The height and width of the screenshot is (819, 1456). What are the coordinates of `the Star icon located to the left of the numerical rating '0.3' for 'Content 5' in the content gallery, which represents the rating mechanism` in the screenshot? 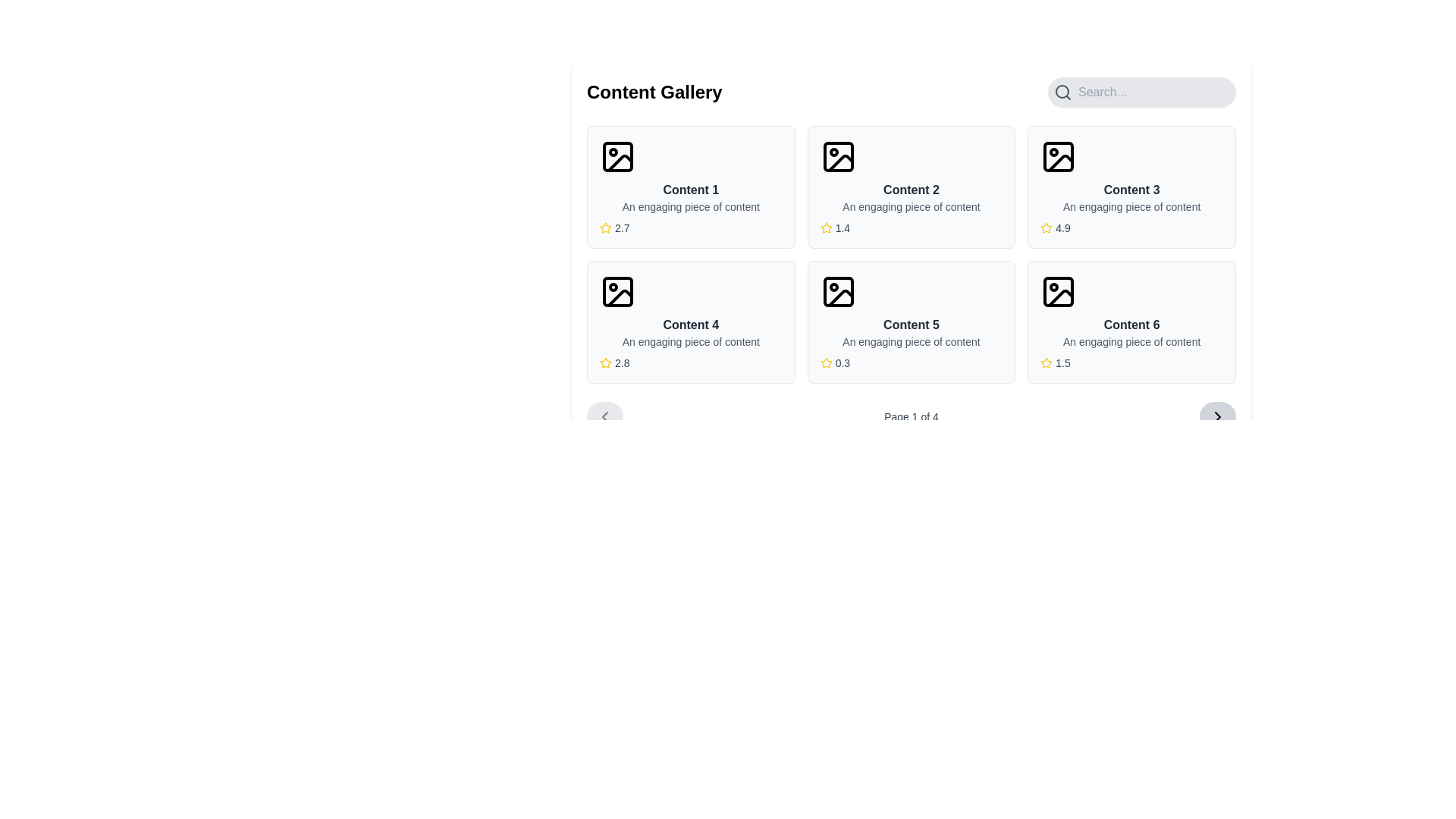 It's located at (825, 362).